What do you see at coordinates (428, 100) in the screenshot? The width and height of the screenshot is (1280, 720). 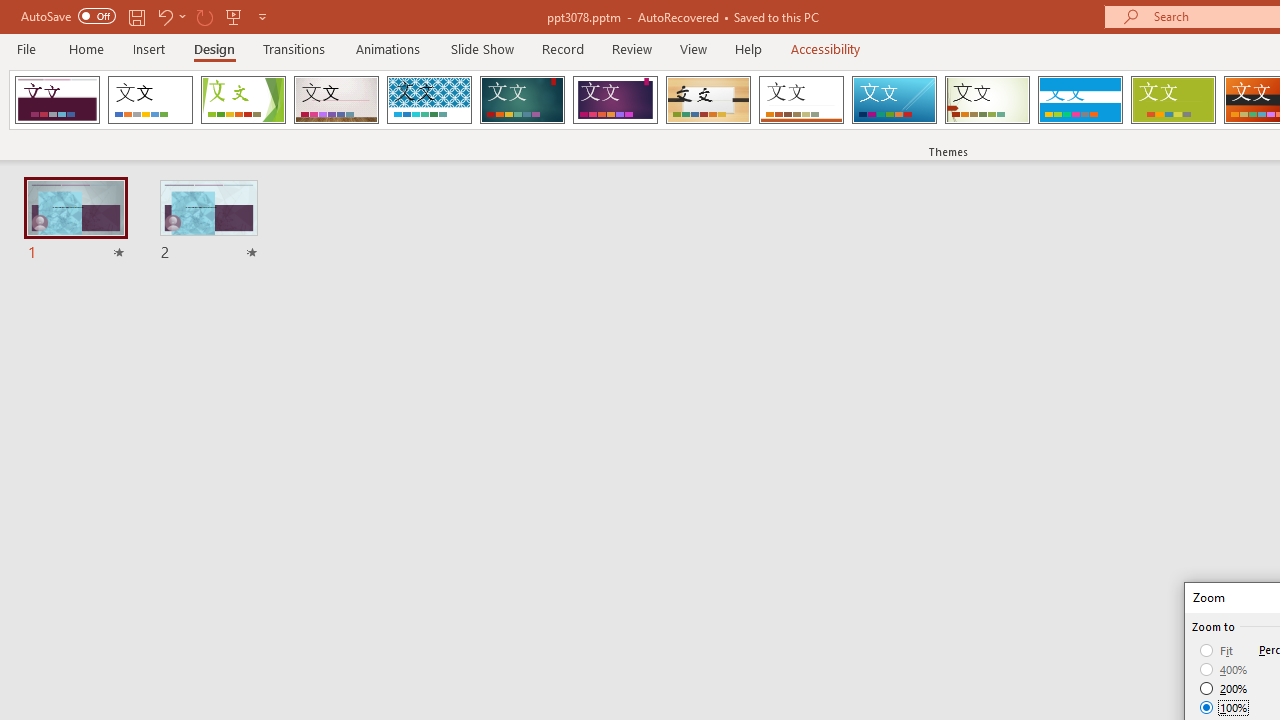 I see `'Integral'` at bounding box center [428, 100].